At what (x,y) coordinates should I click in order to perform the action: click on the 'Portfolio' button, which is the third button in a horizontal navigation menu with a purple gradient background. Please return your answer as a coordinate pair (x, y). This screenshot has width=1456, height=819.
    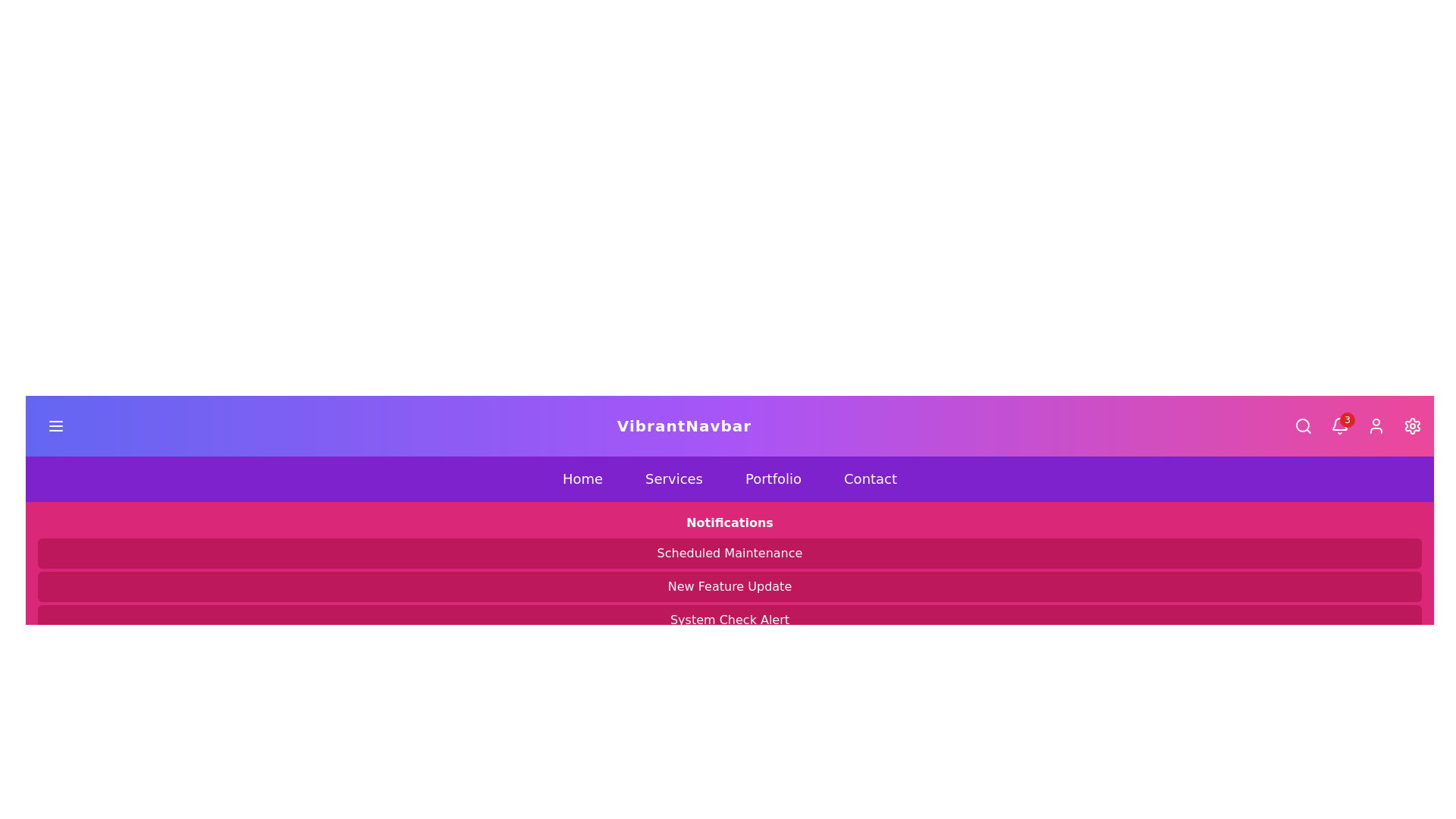
    Looking at the image, I should click on (773, 479).